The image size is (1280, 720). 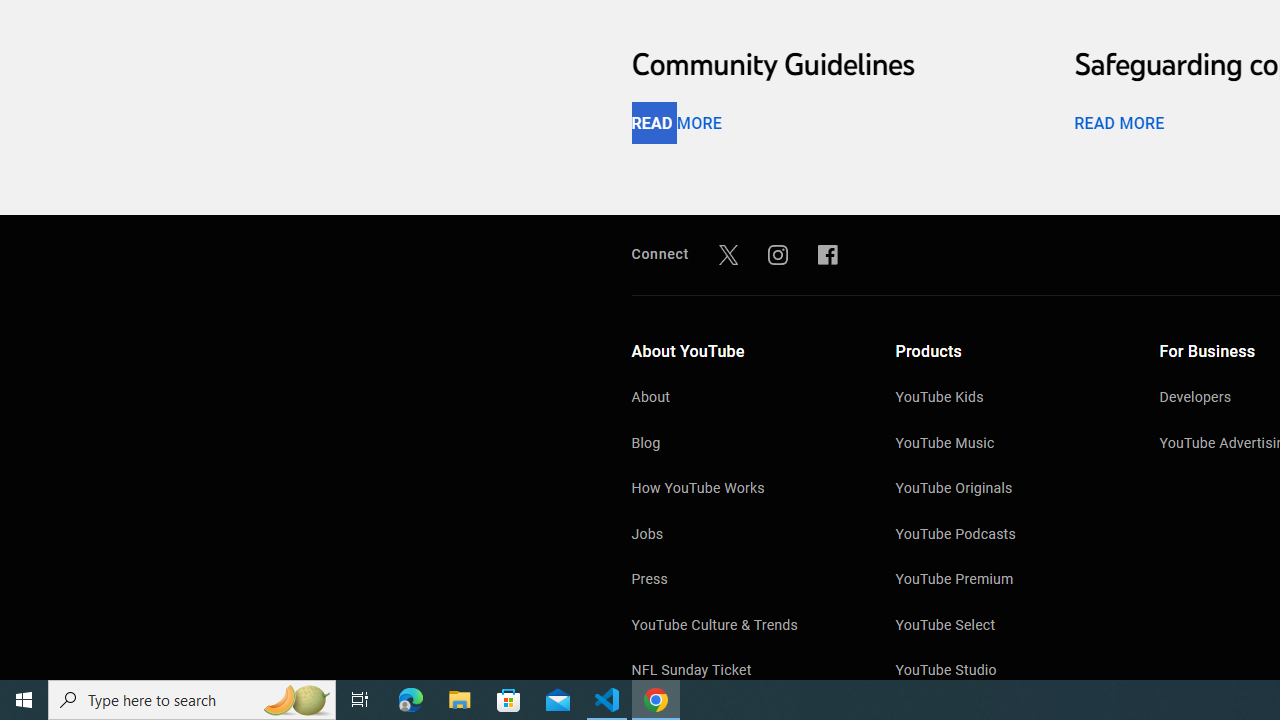 What do you see at coordinates (742, 672) in the screenshot?
I see `'NFL Sunday Ticket'` at bounding box center [742, 672].